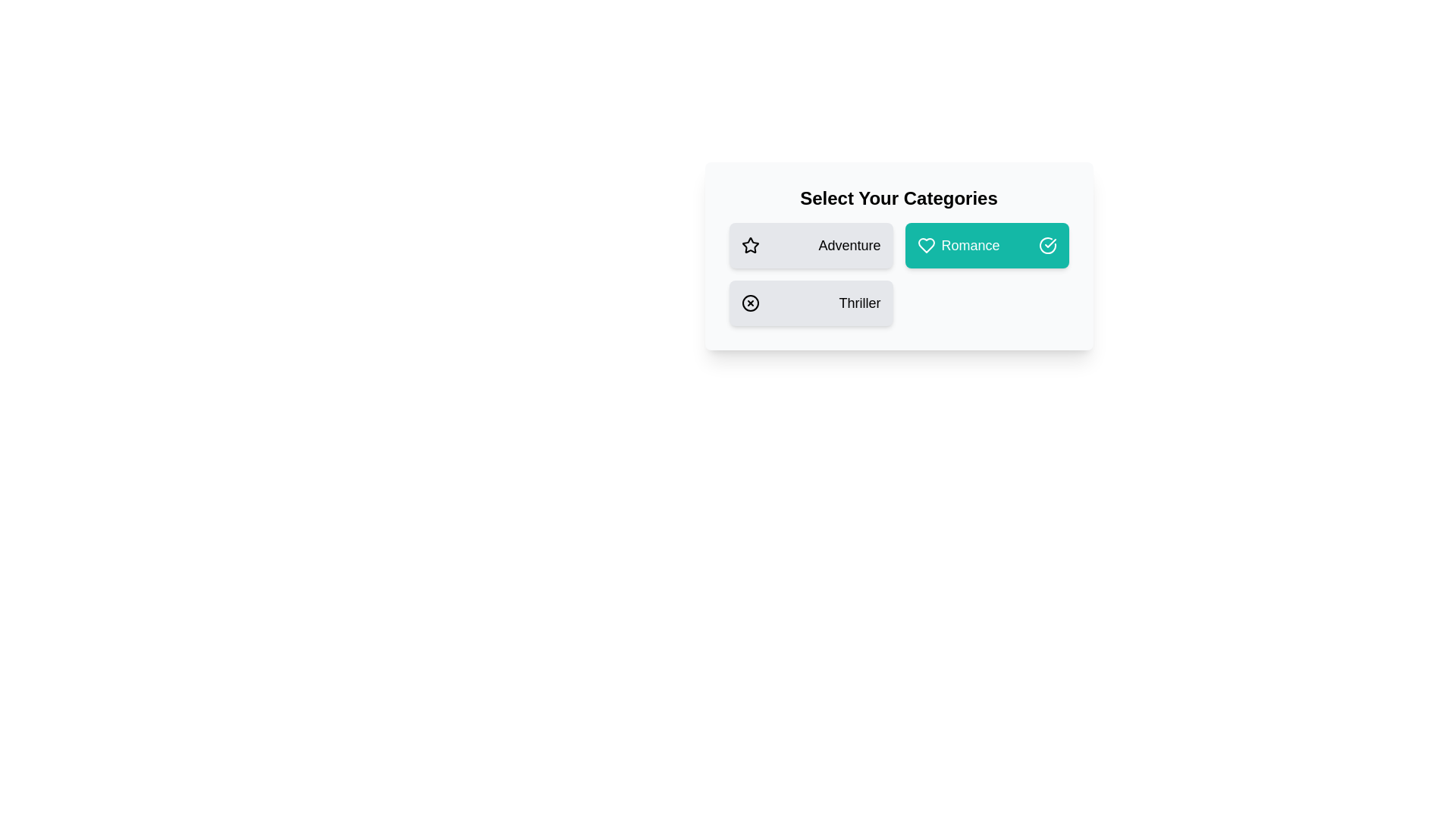  What do you see at coordinates (810, 245) in the screenshot?
I see `the category Adventure` at bounding box center [810, 245].